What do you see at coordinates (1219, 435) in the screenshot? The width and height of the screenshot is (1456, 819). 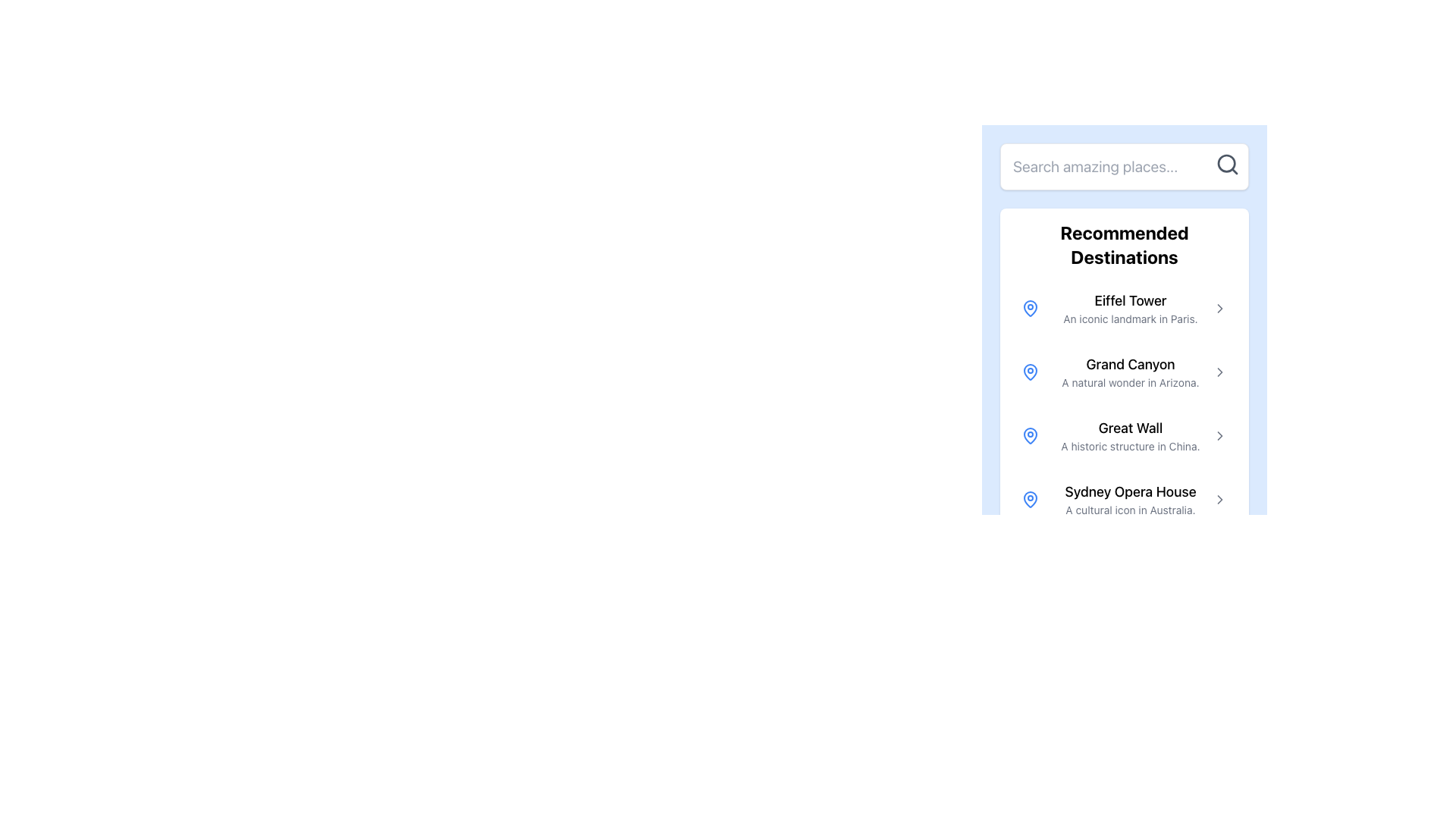 I see `the rightward chevron icon indicating navigation, located directly to the right of the text 'Great Wall' in the 'Recommended Destinations' section` at bounding box center [1219, 435].